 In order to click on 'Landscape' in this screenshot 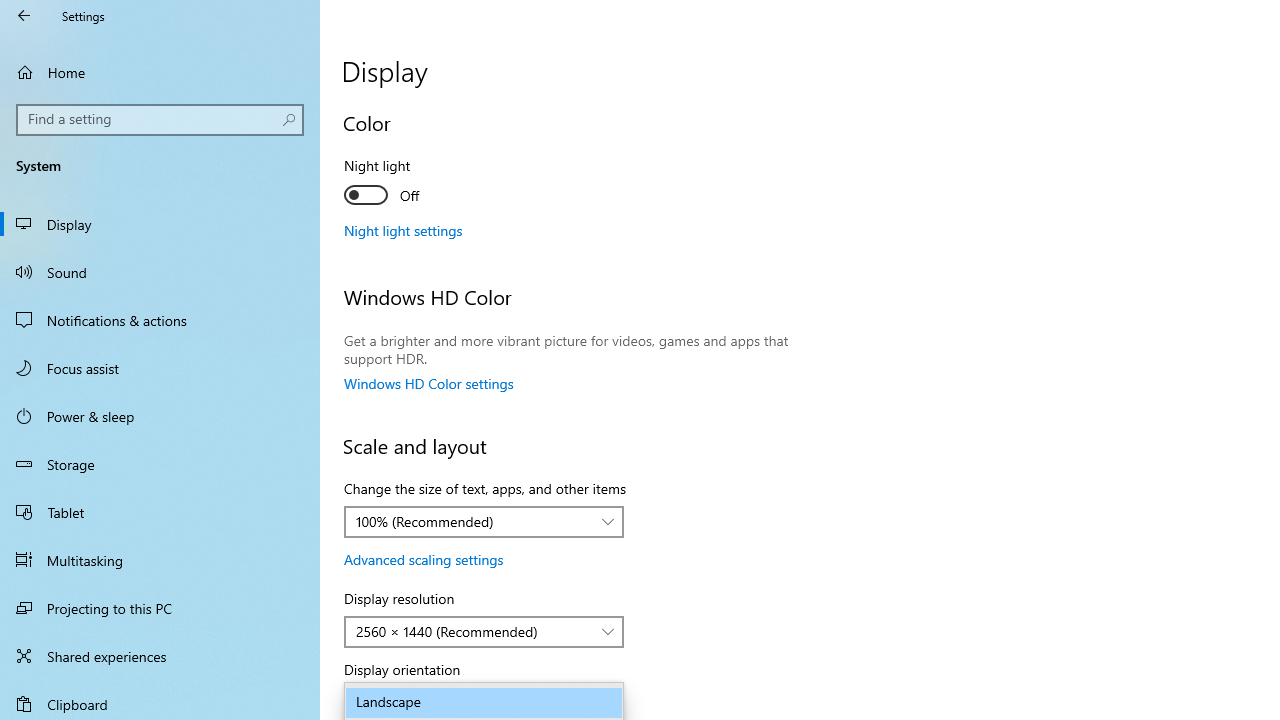, I will do `click(484, 702)`.